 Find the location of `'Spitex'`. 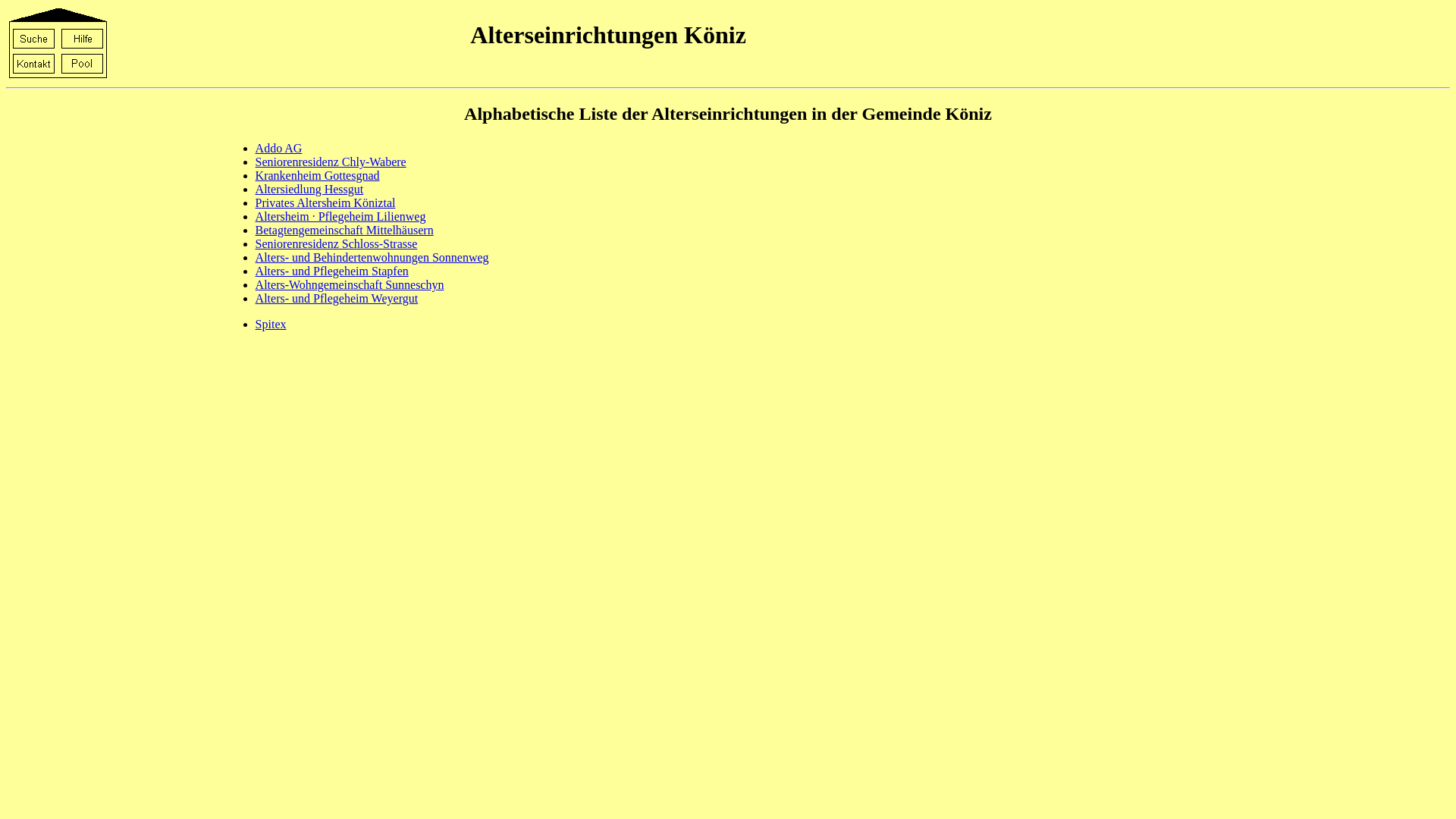

'Spitex' is located at coordinates (255, 323).